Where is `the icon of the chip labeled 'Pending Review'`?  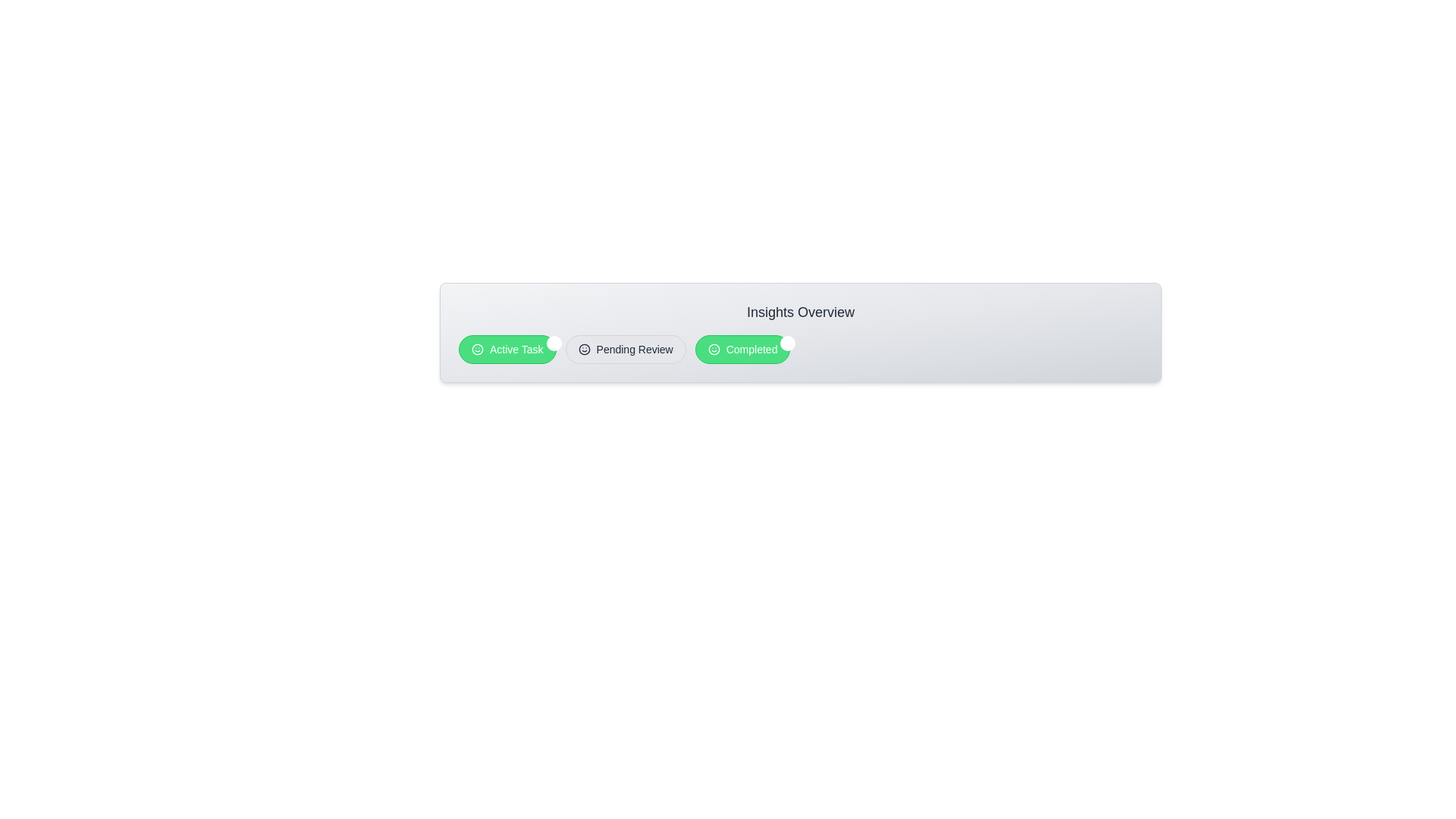
the icon of the chip labeled 'Pending Review' is located at coordinates (582, 350).